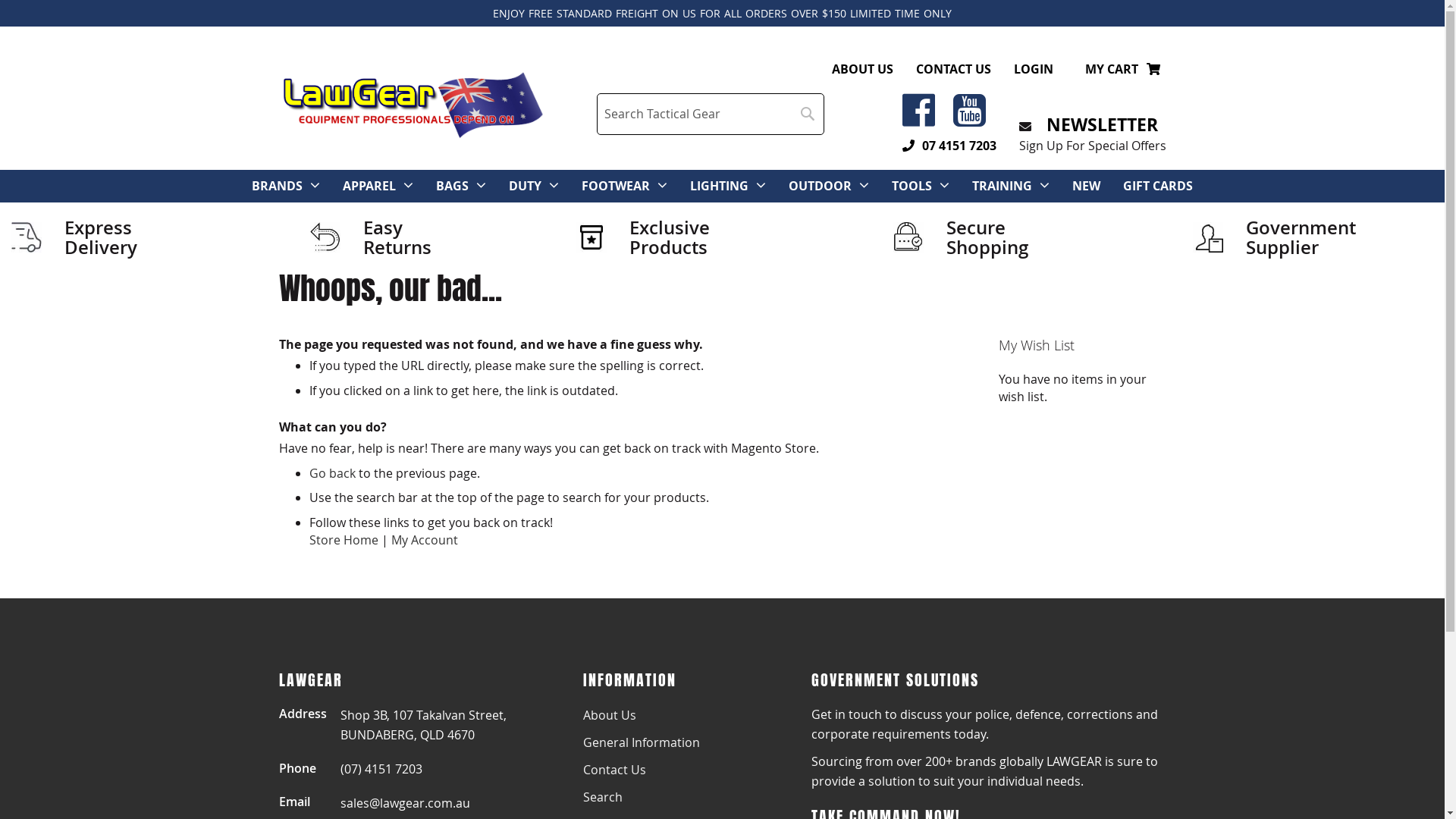  I want to click on 'About Us', so click(582, 714).